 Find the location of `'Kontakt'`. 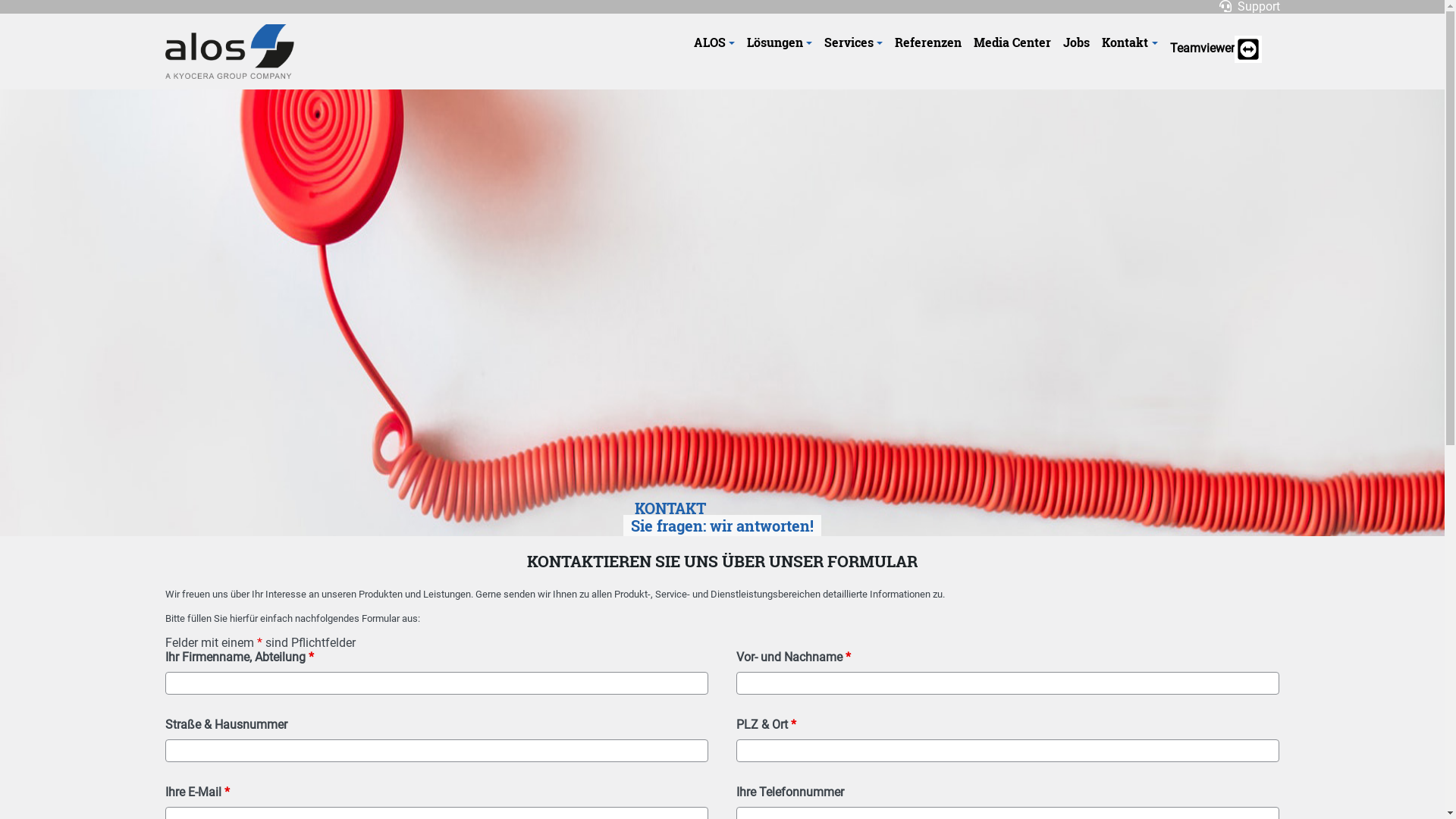

'Kontakt' is located at coordinates (1129, 42).